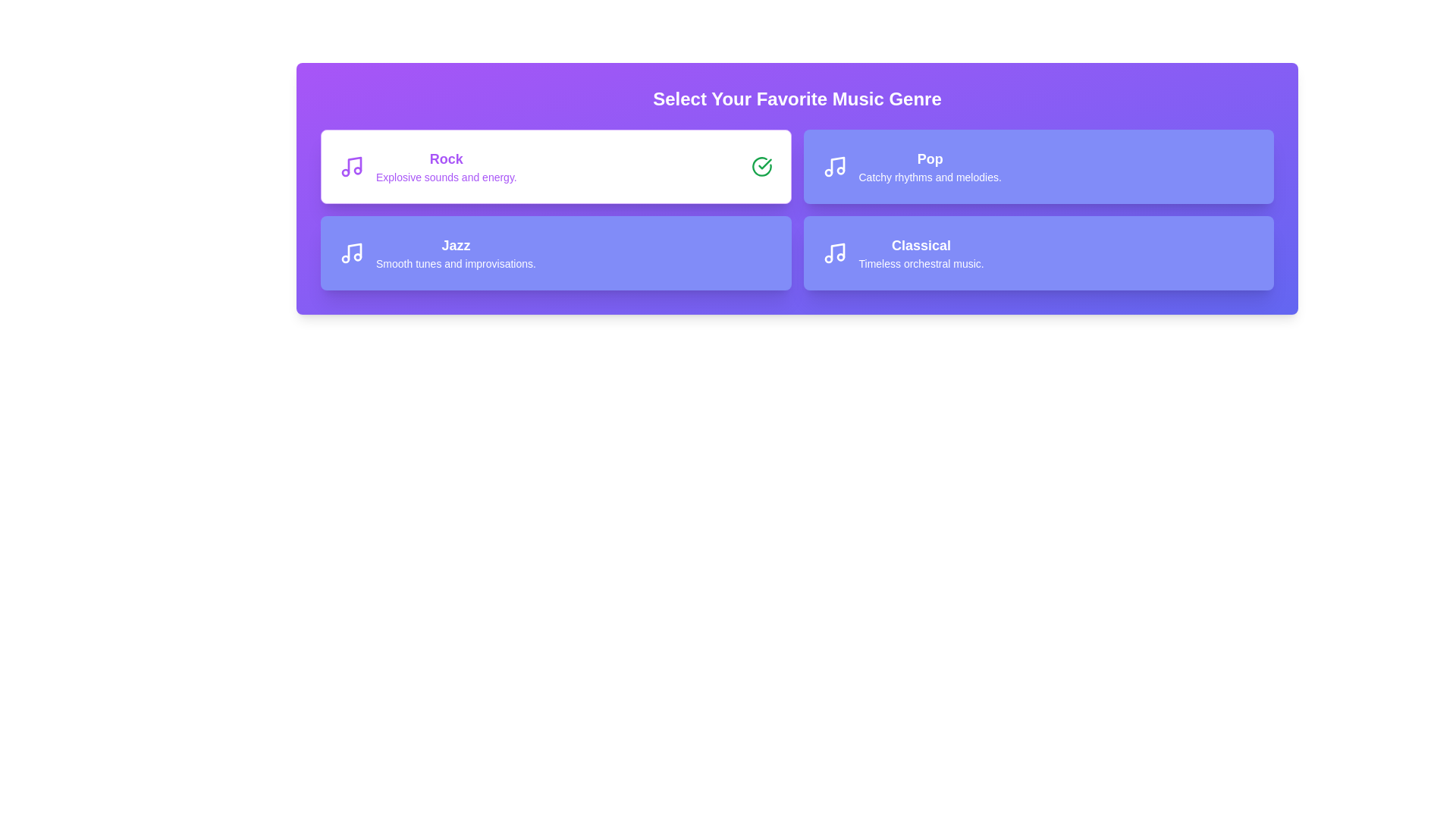 The width and height of the screenshot is (1456, 819). I want to click on the graphical checkmark icon with a green stroke, so click(764, 164).